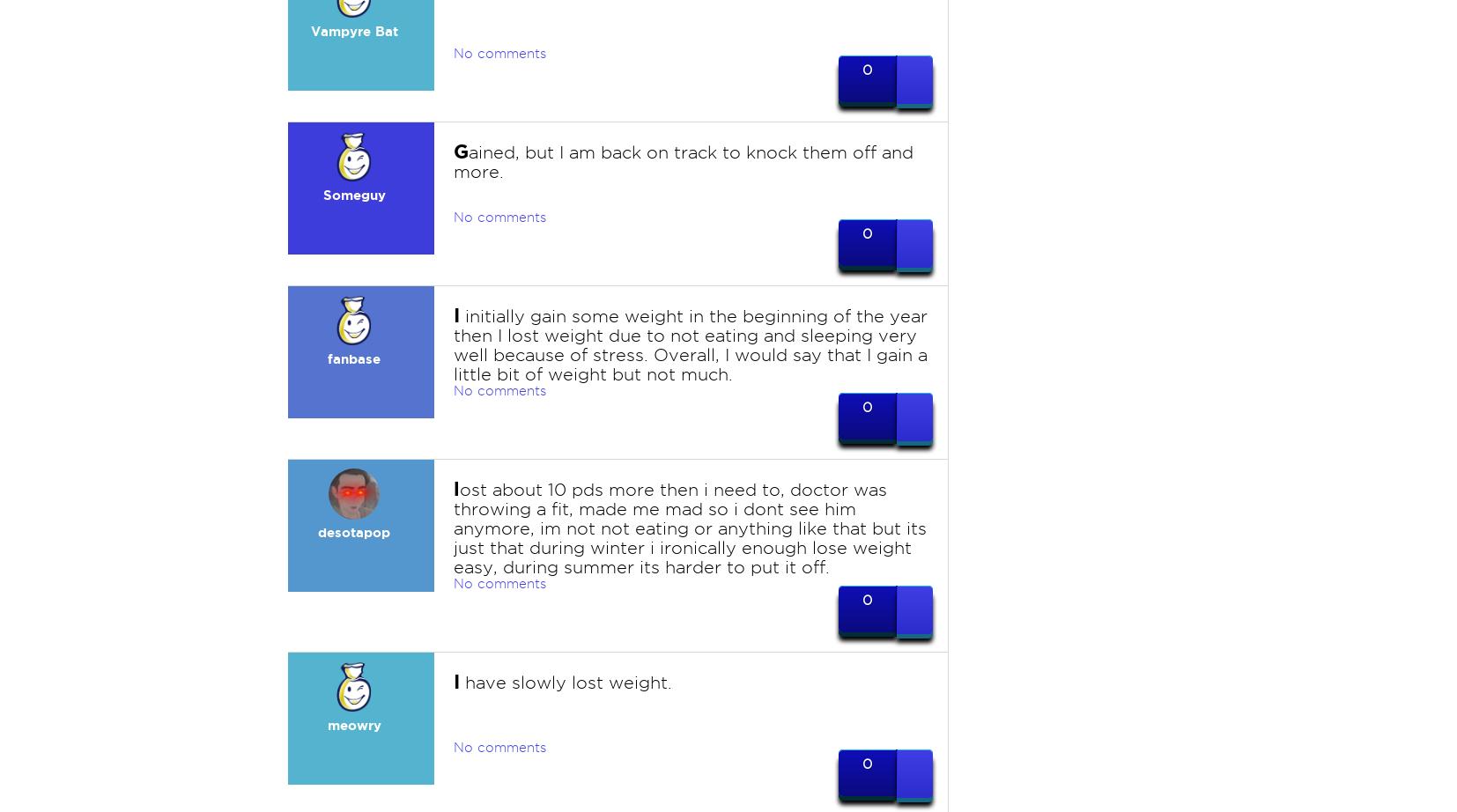 This screenshot has height=812, width=1457. Describe the element at coordinates (352, 532) in the screenshot. I see `'desotapop'` at that location.